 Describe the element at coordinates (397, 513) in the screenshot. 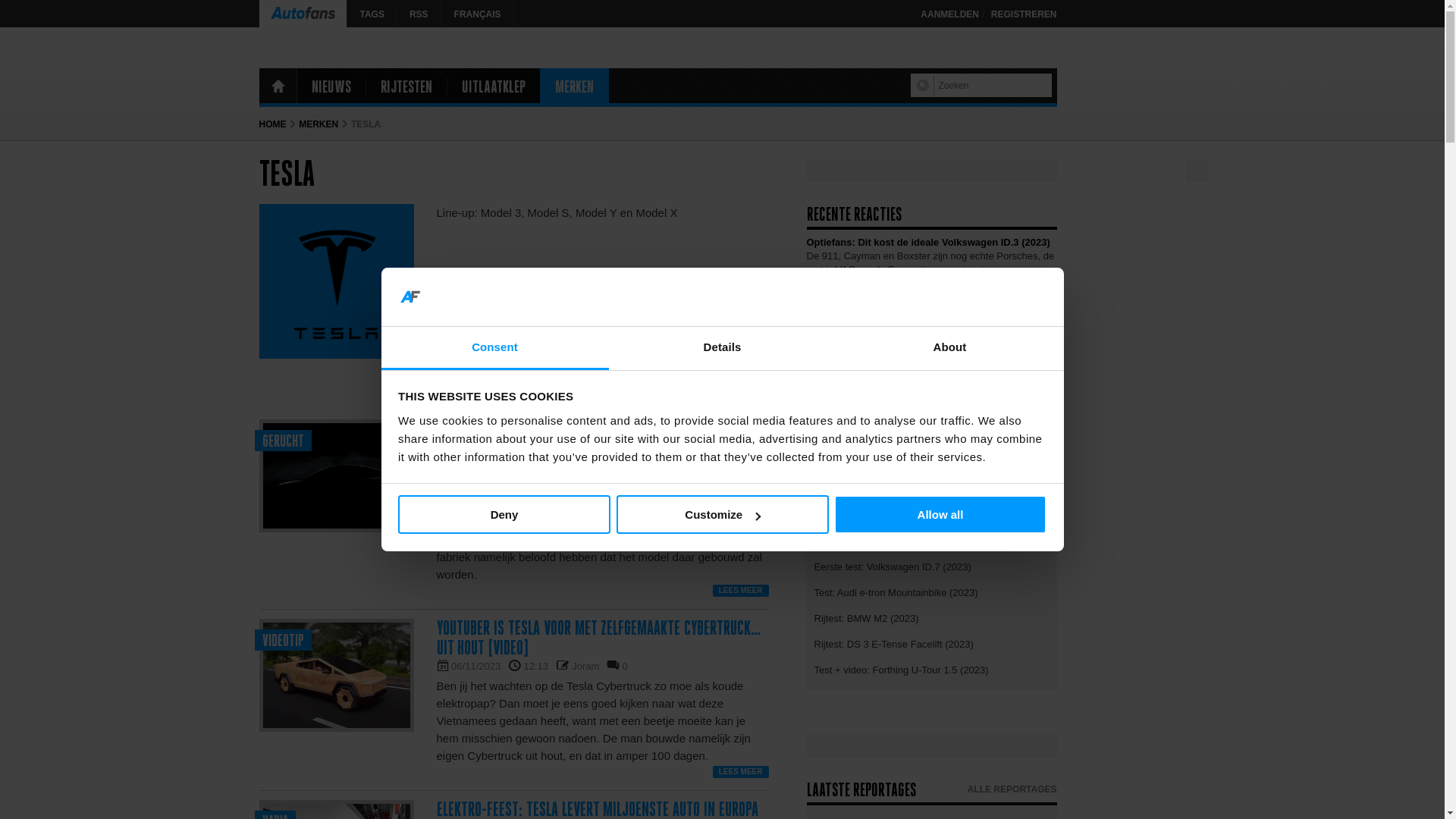

I see `'Deny'` at that location.